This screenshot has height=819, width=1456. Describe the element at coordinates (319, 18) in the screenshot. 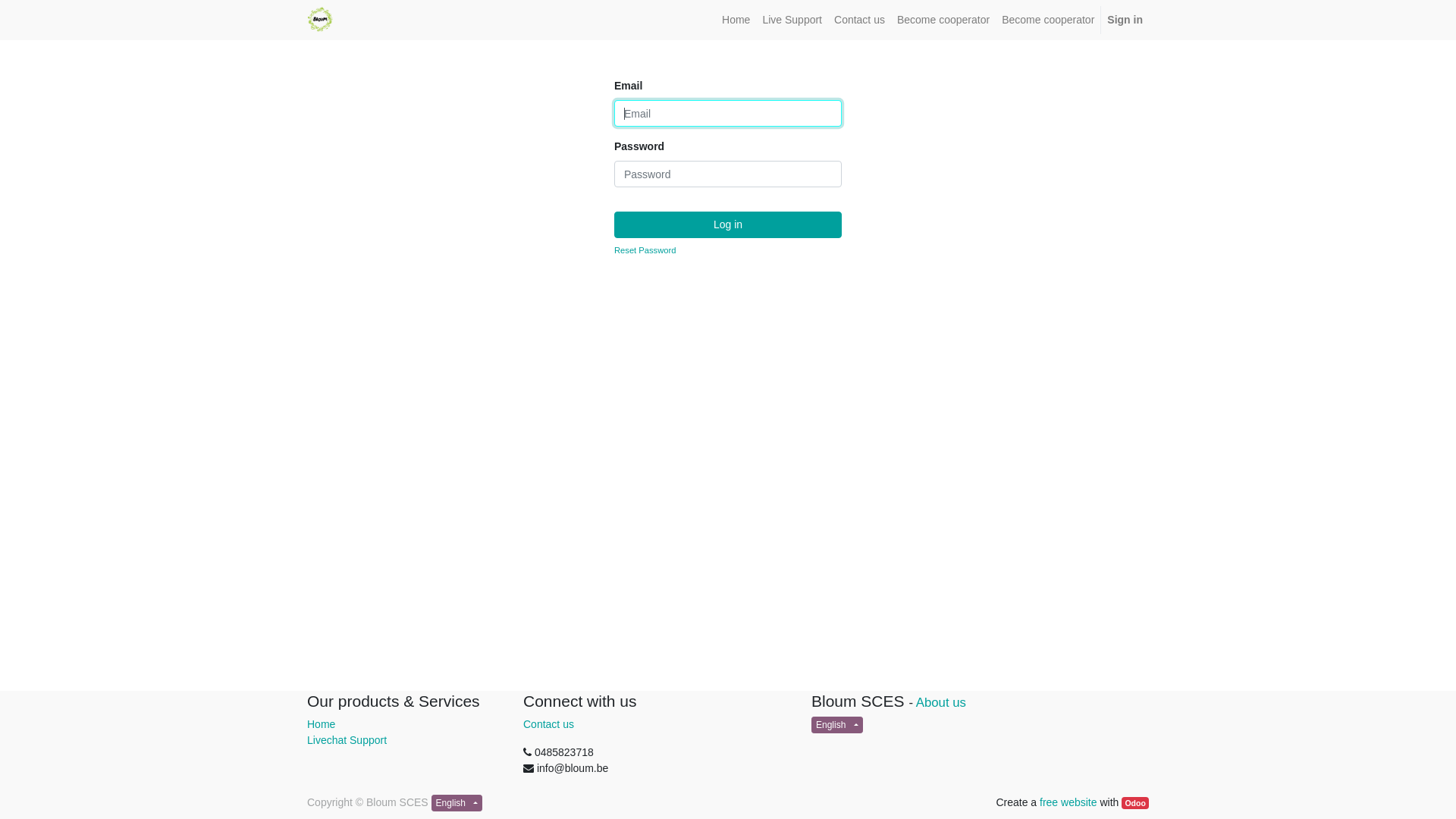

I see `'Bloum SCES'` at that location.